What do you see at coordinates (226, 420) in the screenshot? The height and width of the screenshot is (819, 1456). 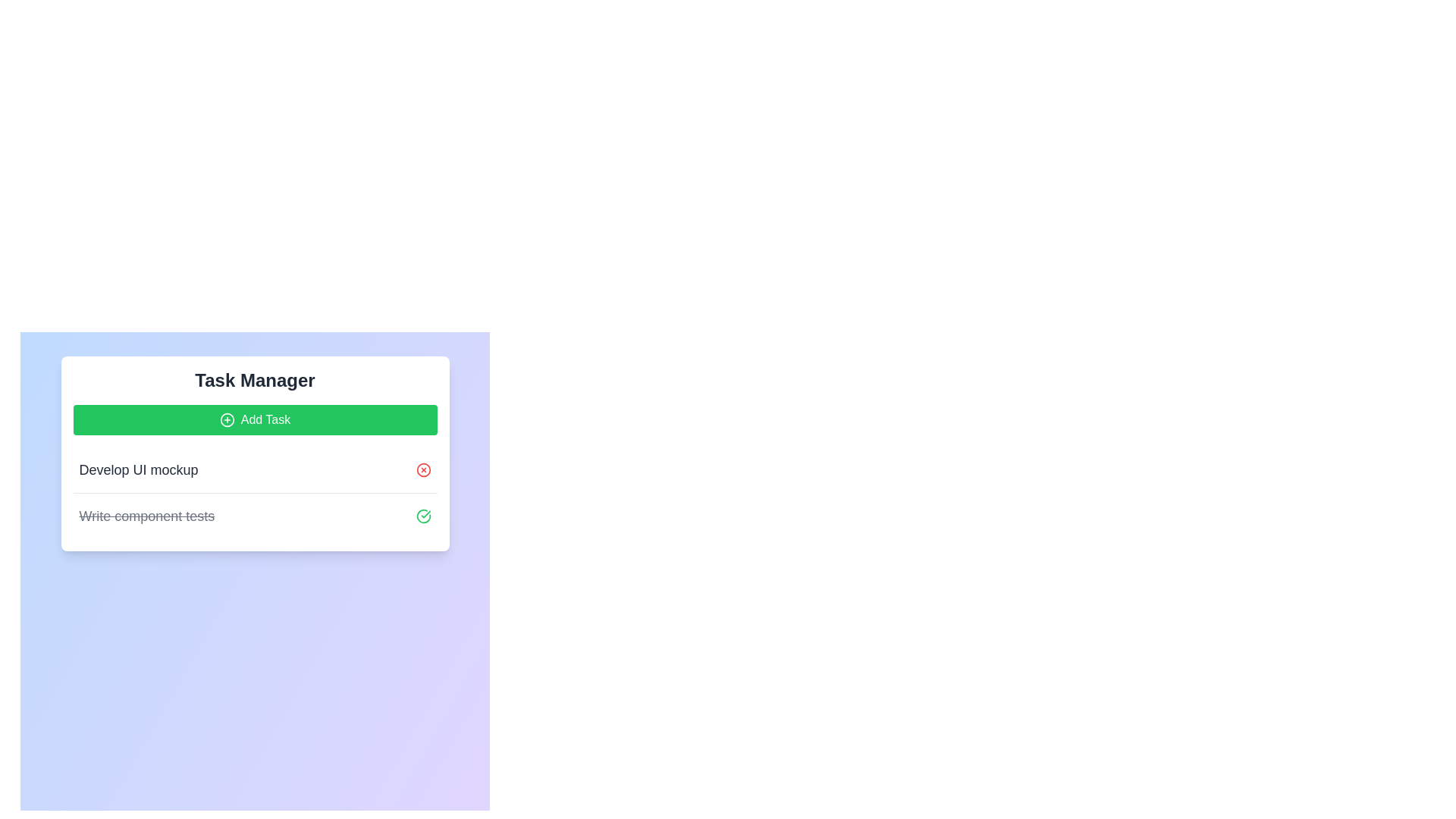 I see `the SVG Circle element, which is part of the 'Add Task' button located in the top section of the application` at bounding box center [226, 420].